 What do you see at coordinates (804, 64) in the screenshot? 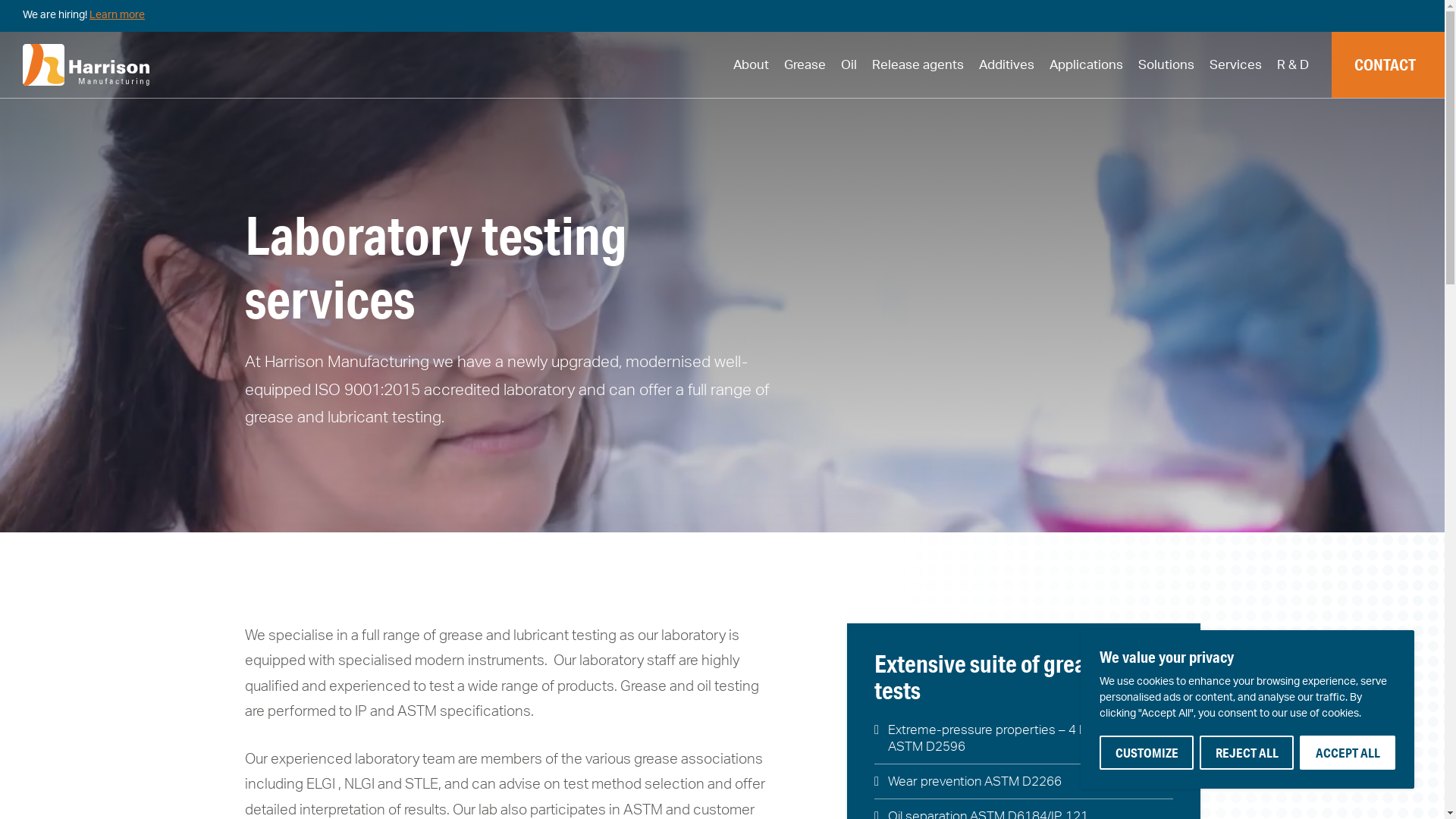
I see `'Grease'` at bounding box center [804, 64].